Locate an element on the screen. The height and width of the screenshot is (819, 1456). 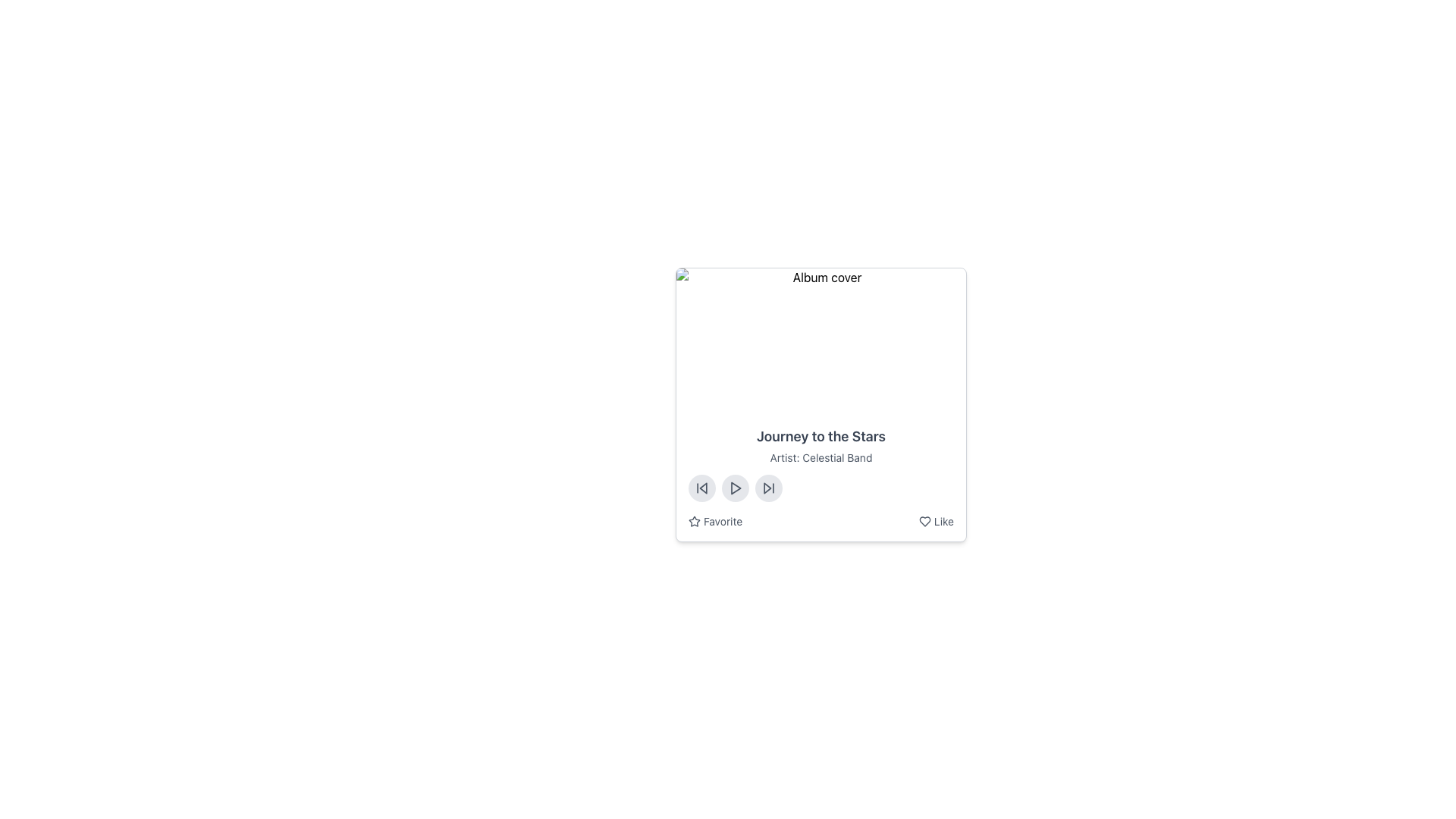
the Icon button for skipping to the previous track in the media player, located at the leftmost position among three control buttons is located at coordinates (701, 488).